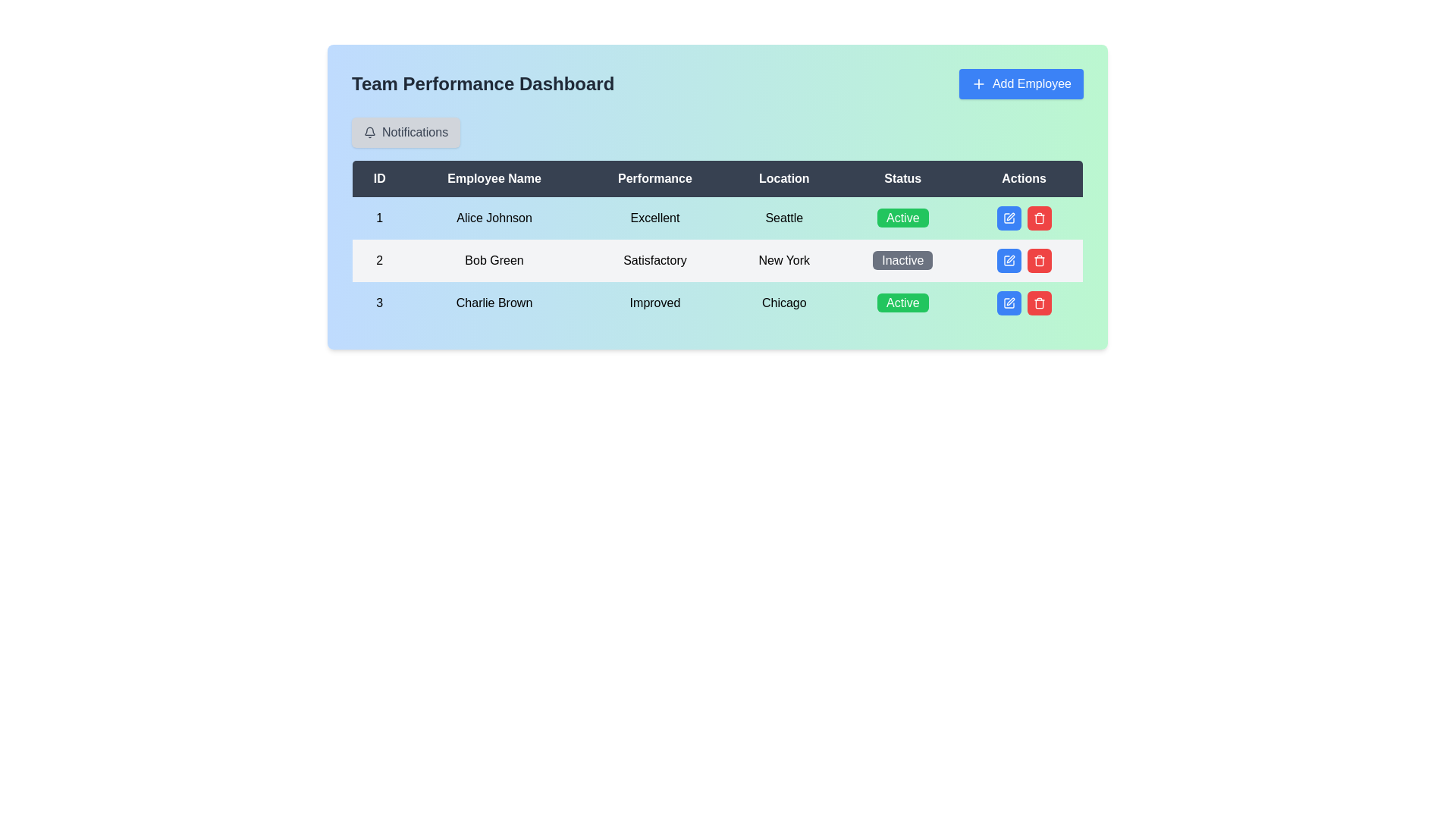 This screenshot has width=1456, height=819. Describe the element at coordinates (379, 177) in the screenshot. I see `the 'ID' column header in the table, which indicates unique identifiers and is positioned immediately to the left of the 'Employee Name' header` at that location.